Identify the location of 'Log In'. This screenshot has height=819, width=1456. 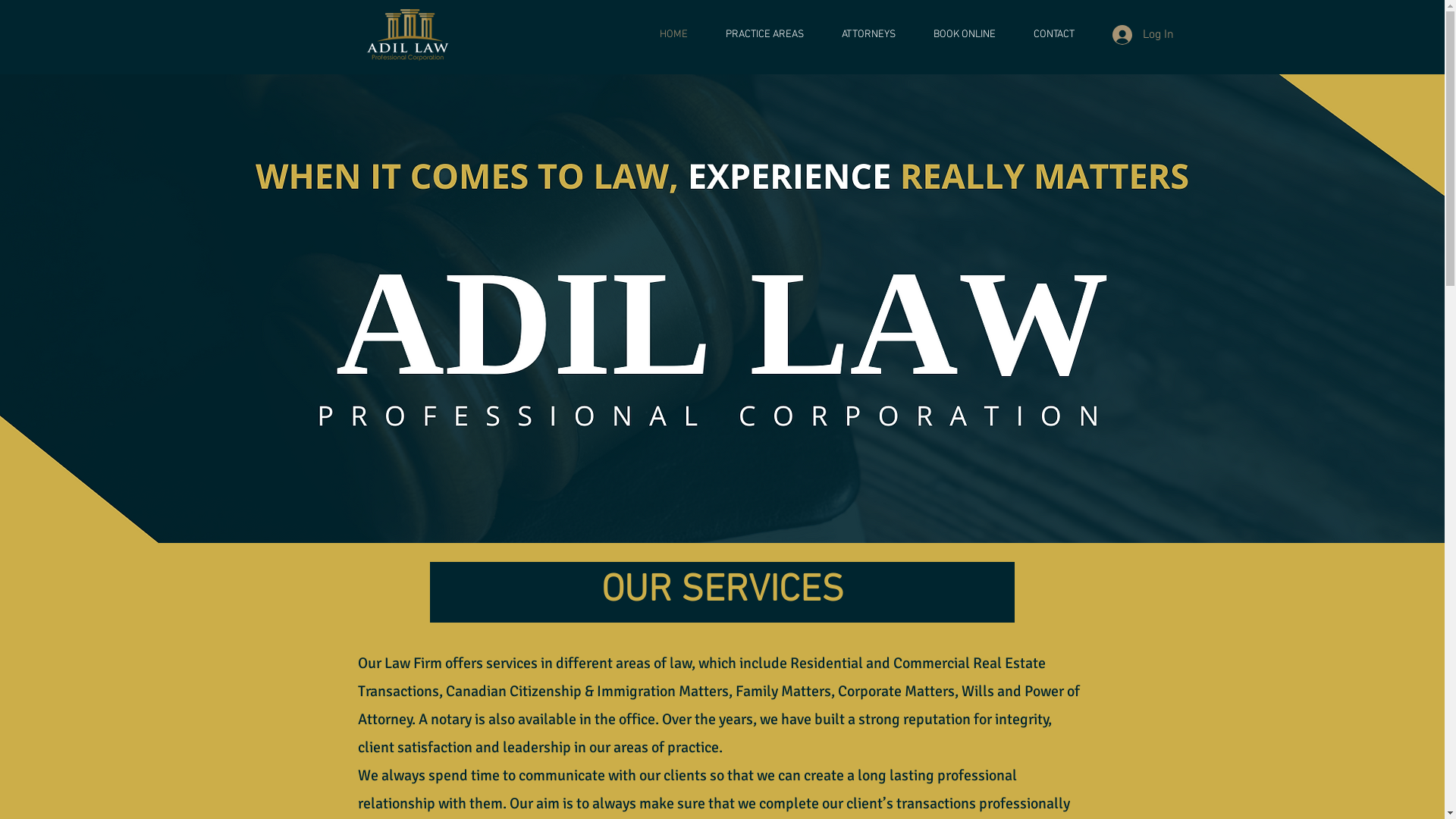
(1142, 34).